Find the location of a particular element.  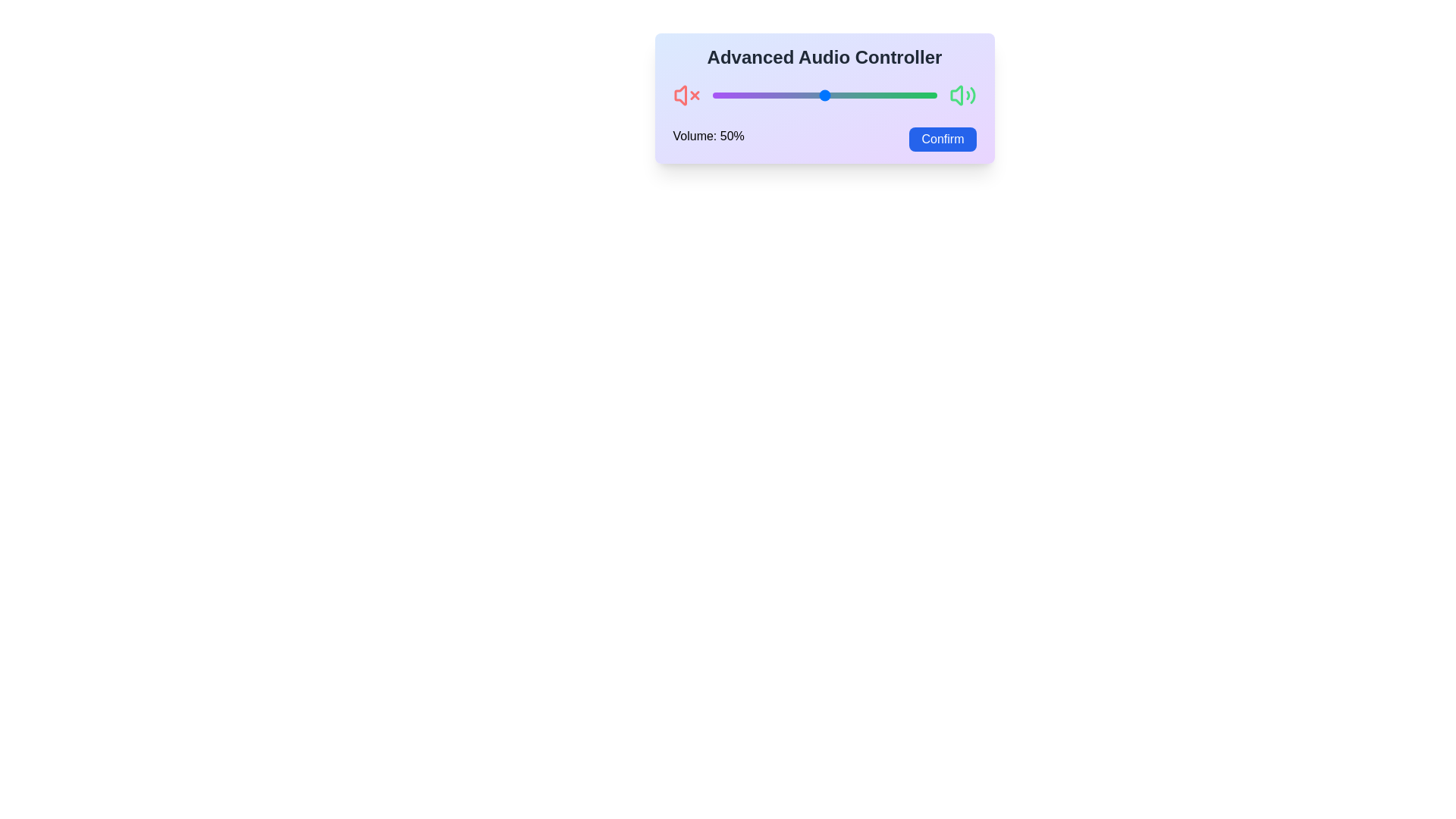

the volume slider to set the volume to 62% is located at coordinates (852, 96).